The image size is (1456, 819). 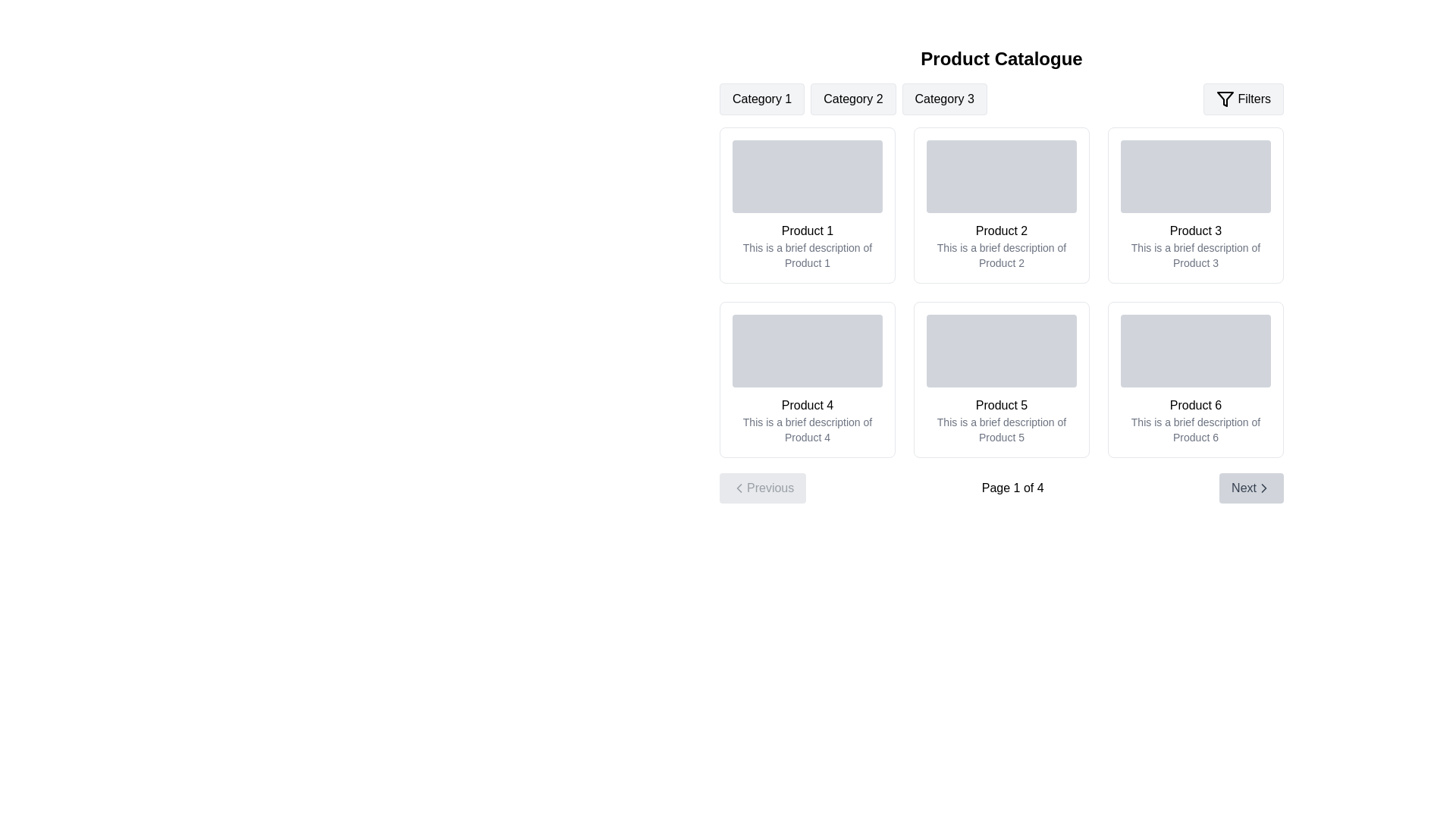 I want to click on properties of the placeholder image rectangle associated with 'Product 5' in the product catalog, located in the second row and second column of the product grid, so click(x=1001, y=350).